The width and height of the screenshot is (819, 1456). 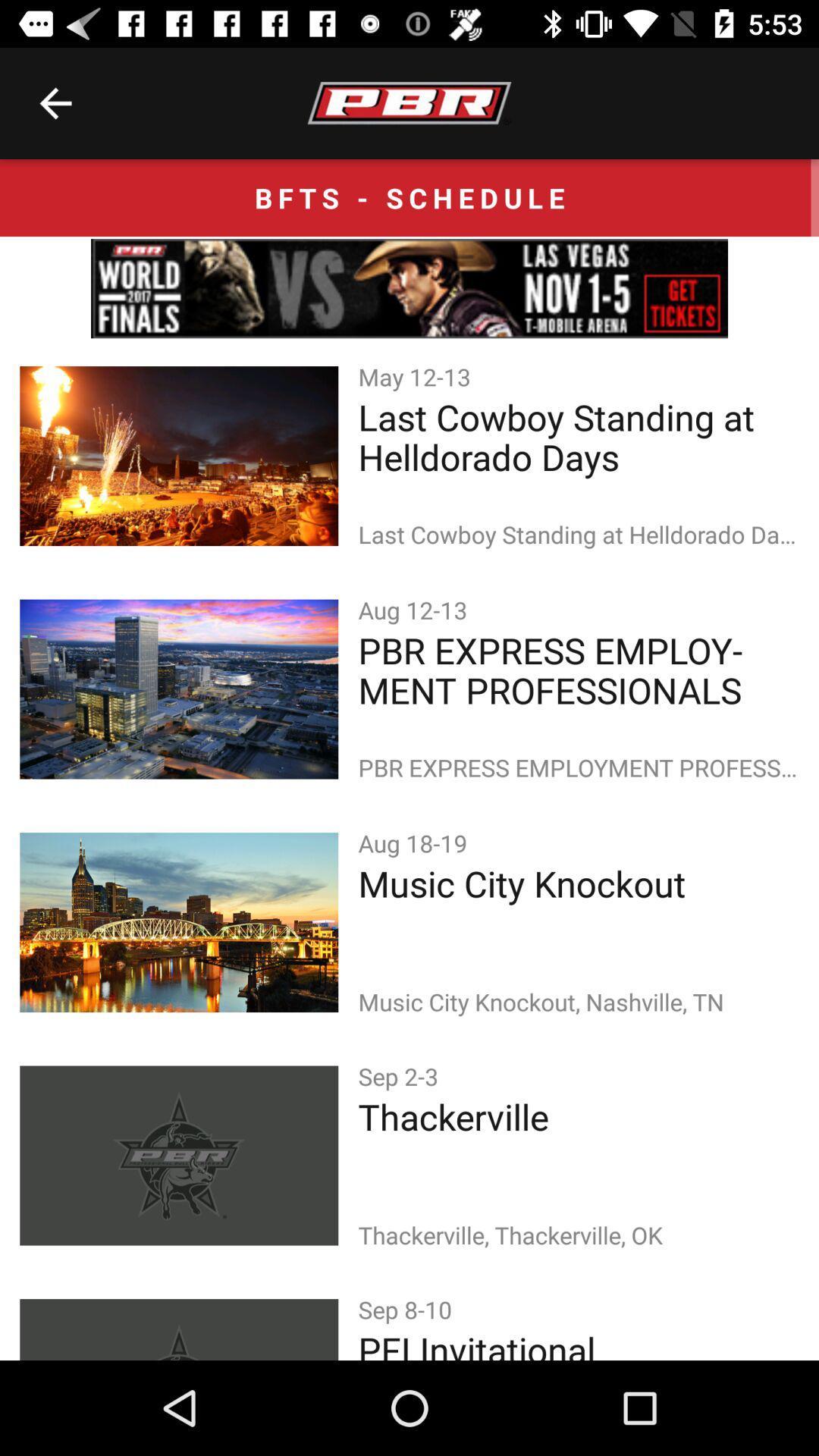 What do you see at coordinates (409, 196) in the screenshot?
I see `the bfts - schedule` at bounding box center [409, 196].